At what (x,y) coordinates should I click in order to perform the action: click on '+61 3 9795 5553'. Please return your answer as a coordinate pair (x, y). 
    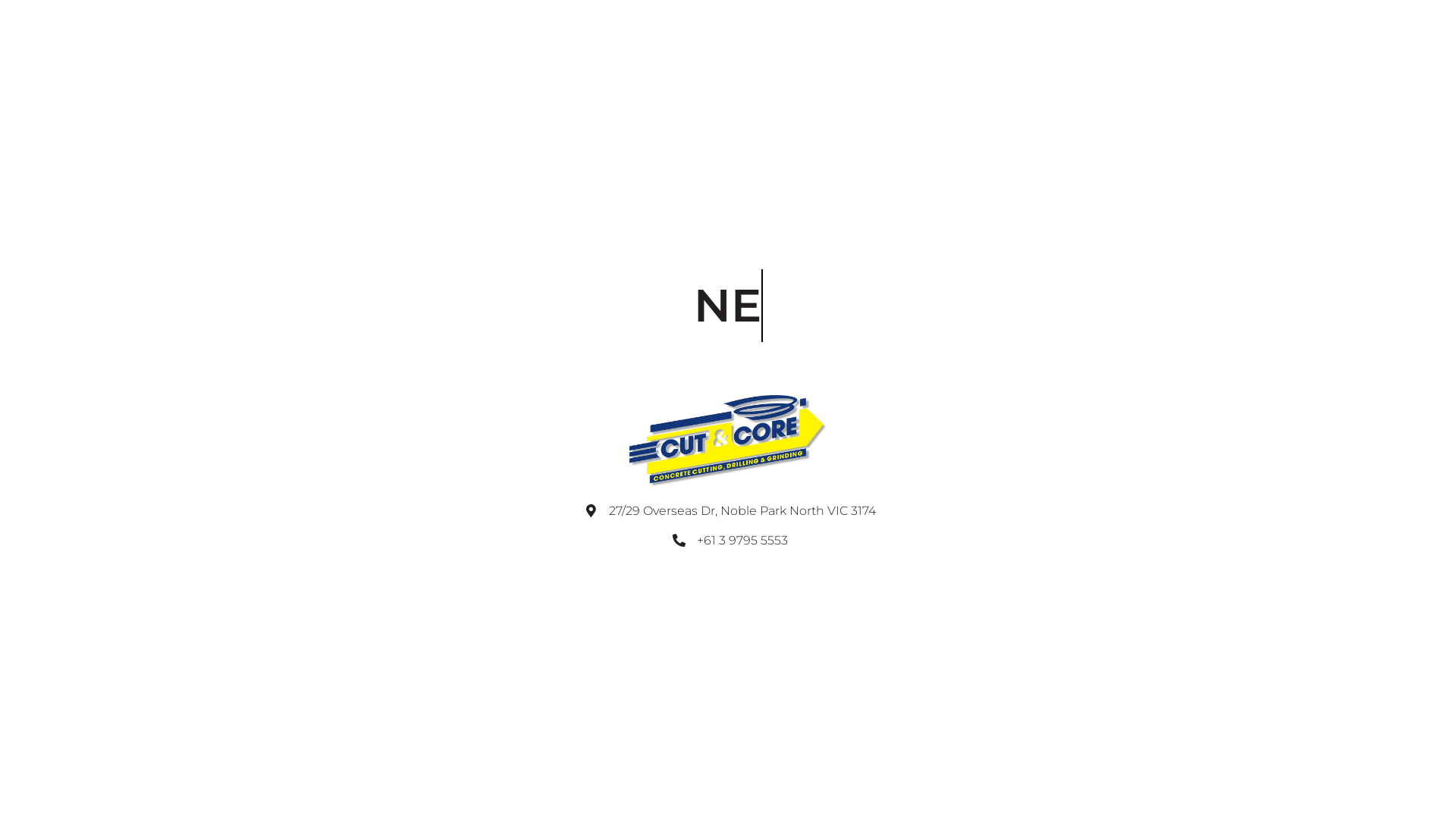
    Looking at the image, I should click on (729, 540).